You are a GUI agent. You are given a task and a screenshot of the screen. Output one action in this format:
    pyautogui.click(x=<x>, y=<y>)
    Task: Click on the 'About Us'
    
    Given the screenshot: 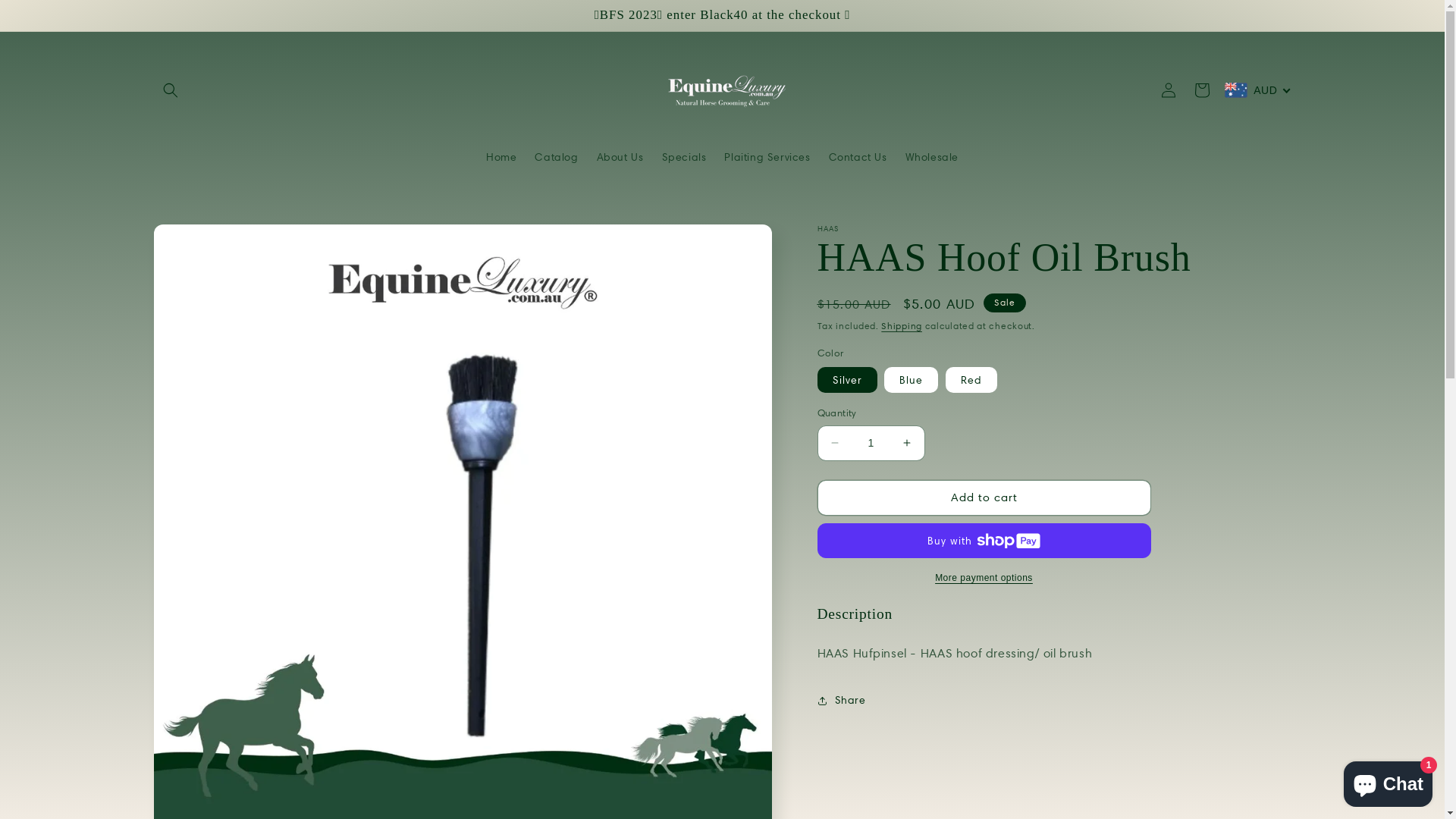 What is the action you would take?
    pyautogui.click(x=620, y=157)
    